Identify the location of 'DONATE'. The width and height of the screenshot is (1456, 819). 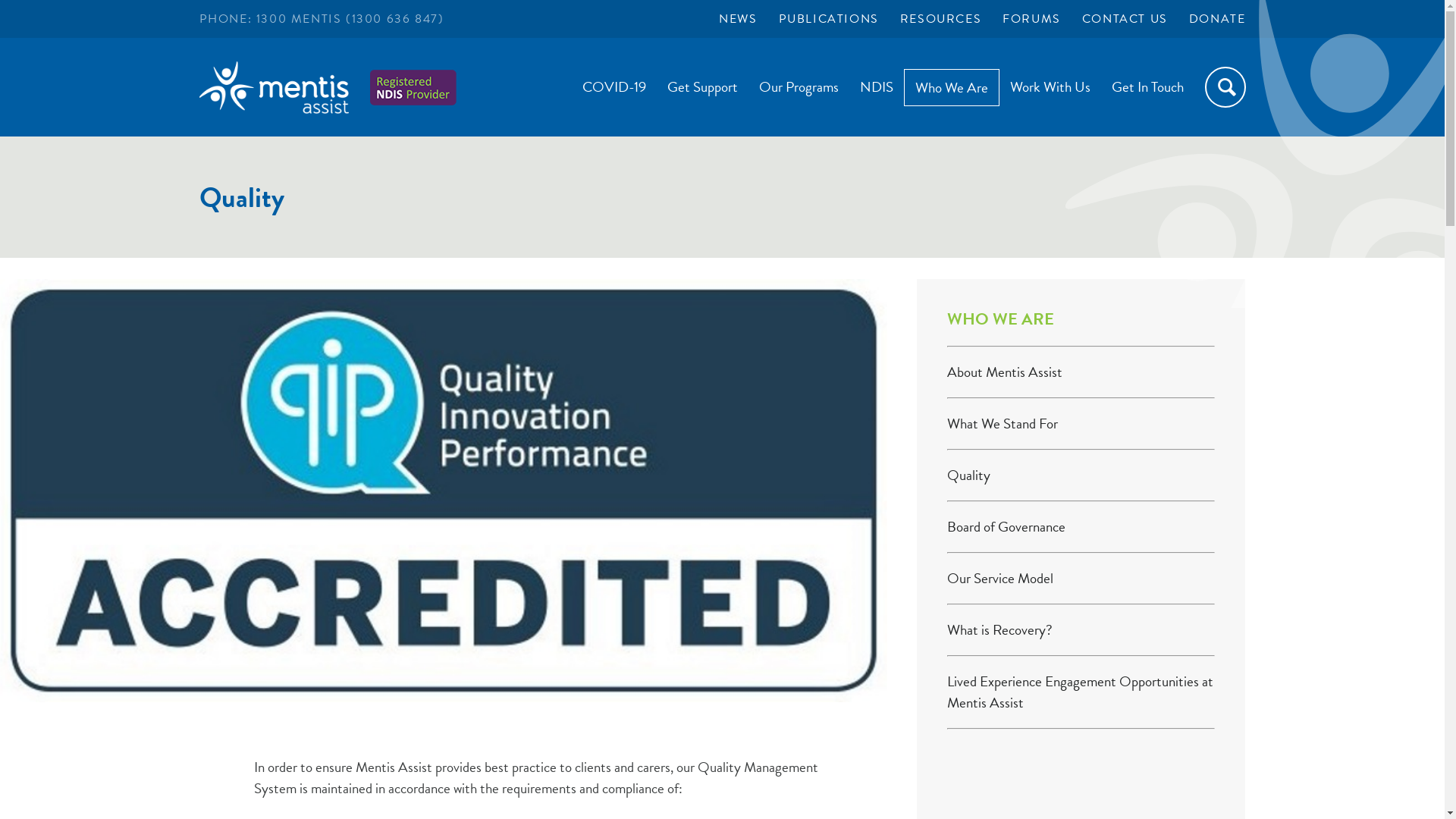
(1188, 18).